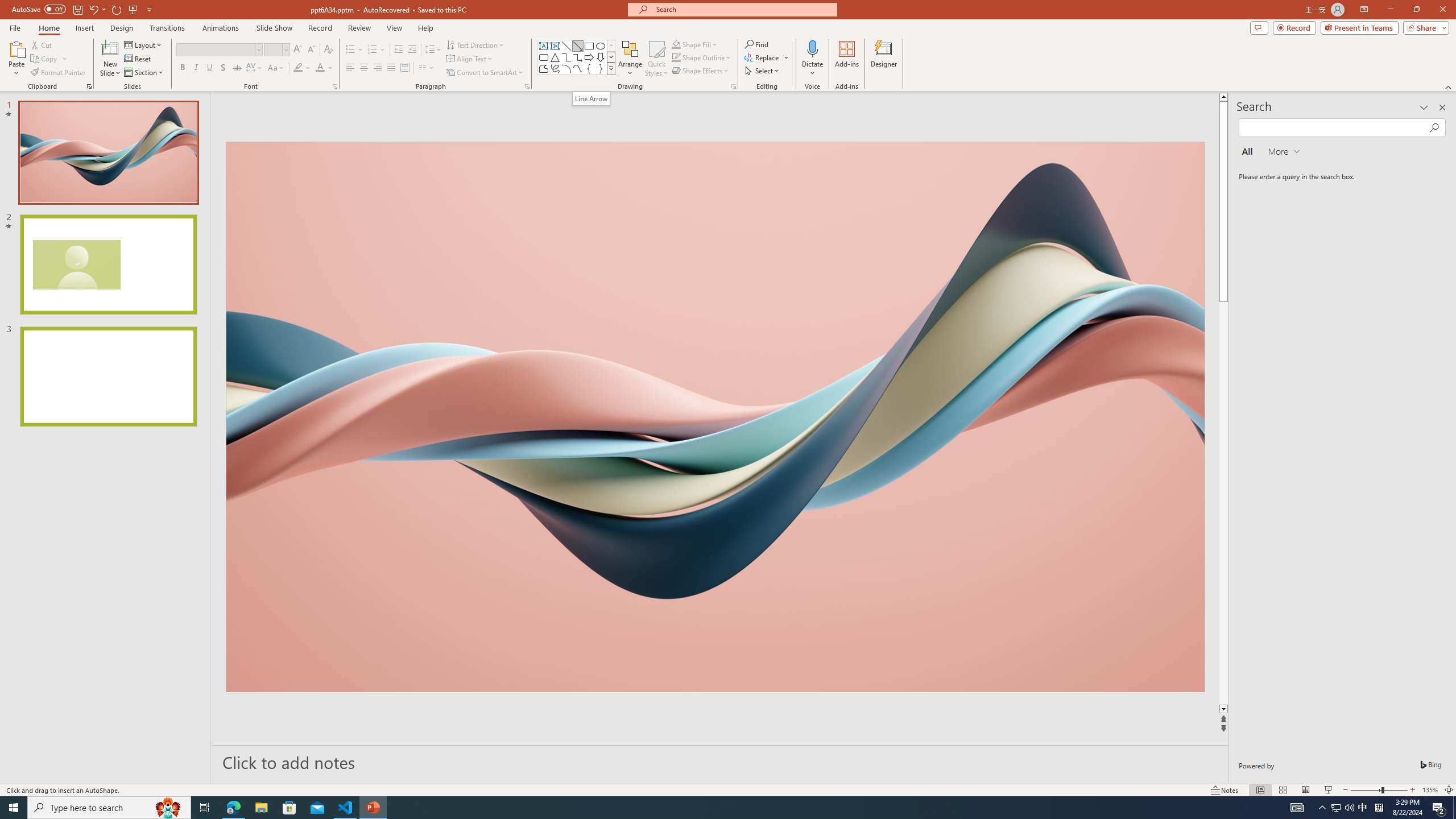 The image size is (1456, 819). Describe the element at coordinates (700, 69) in the screenshot. I see `'Shape Effects'` at that location.